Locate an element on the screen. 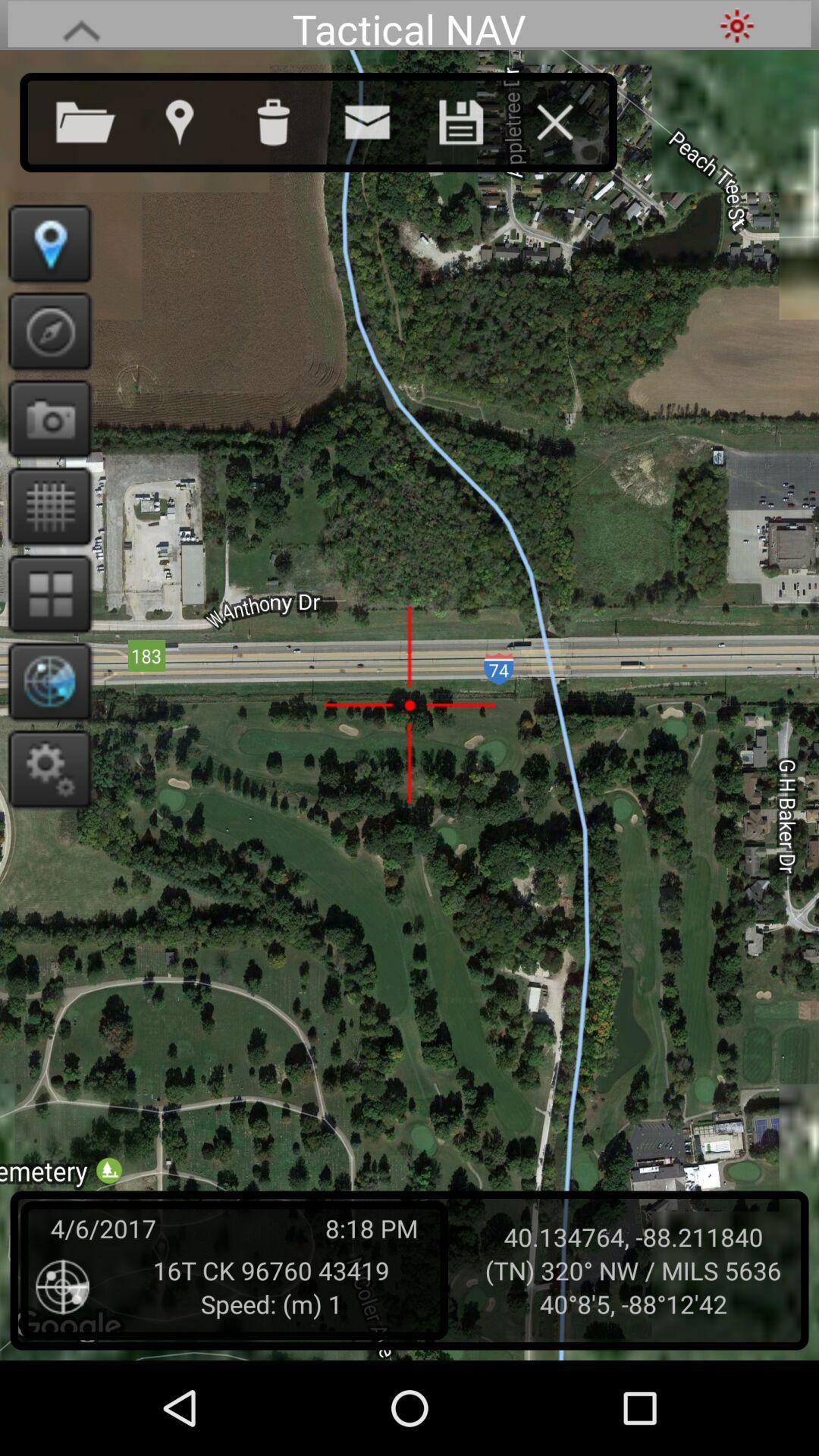 This screenshot has width=819, height=1456. exit this window is located at coordinates (570, 118).